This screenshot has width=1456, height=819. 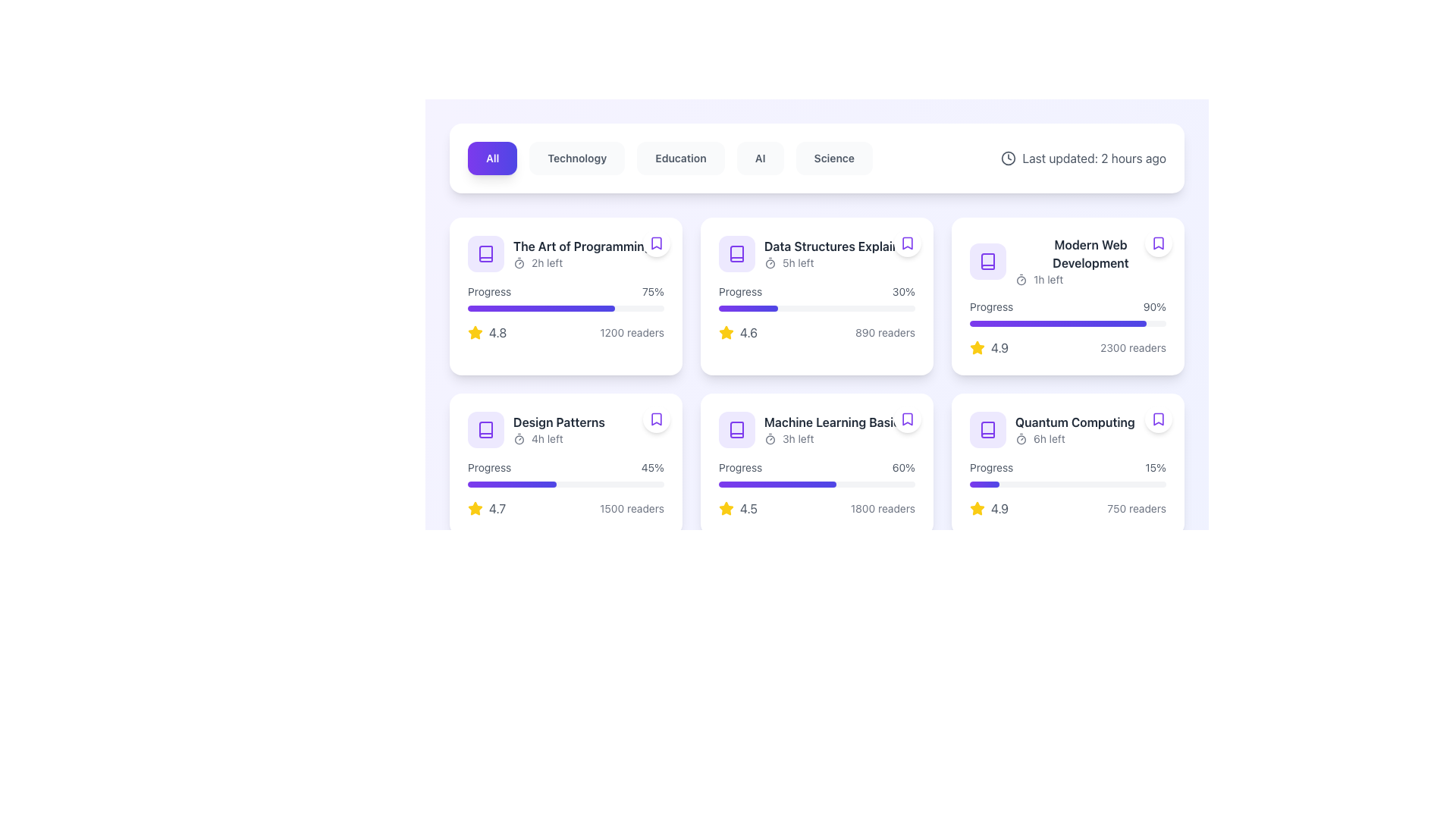 I want to click on bold text label 'Data Structures Explained' located in the second row and second column of the grid layout, above the text '5h left' and near a timer icon, so click(x=838, y=245).